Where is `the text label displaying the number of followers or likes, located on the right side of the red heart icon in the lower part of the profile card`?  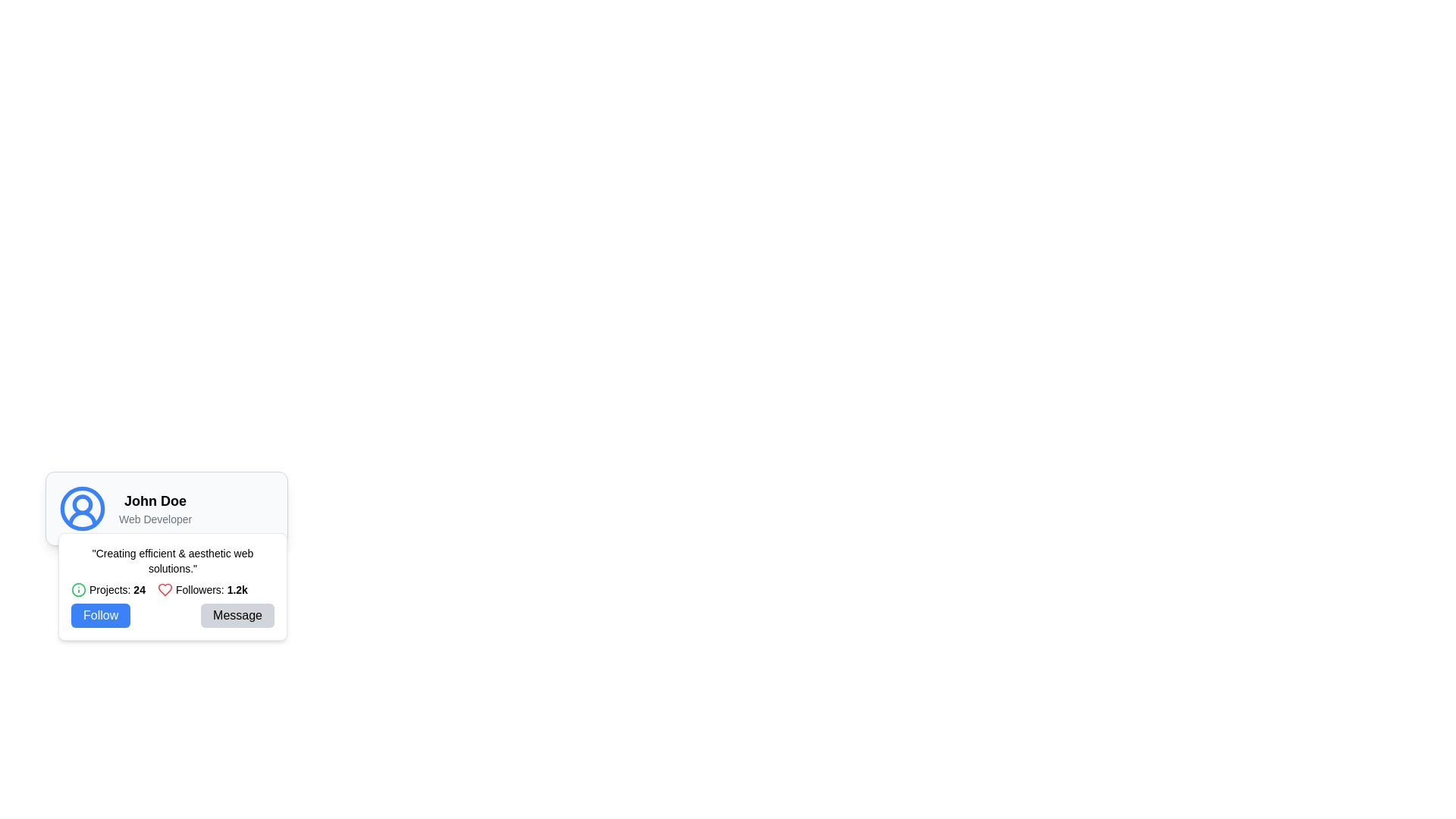
the text label displaying the number of followers or likes, located on the right side of the red heart icon in the lower part of the profile card is located at coordinates (211, 589).